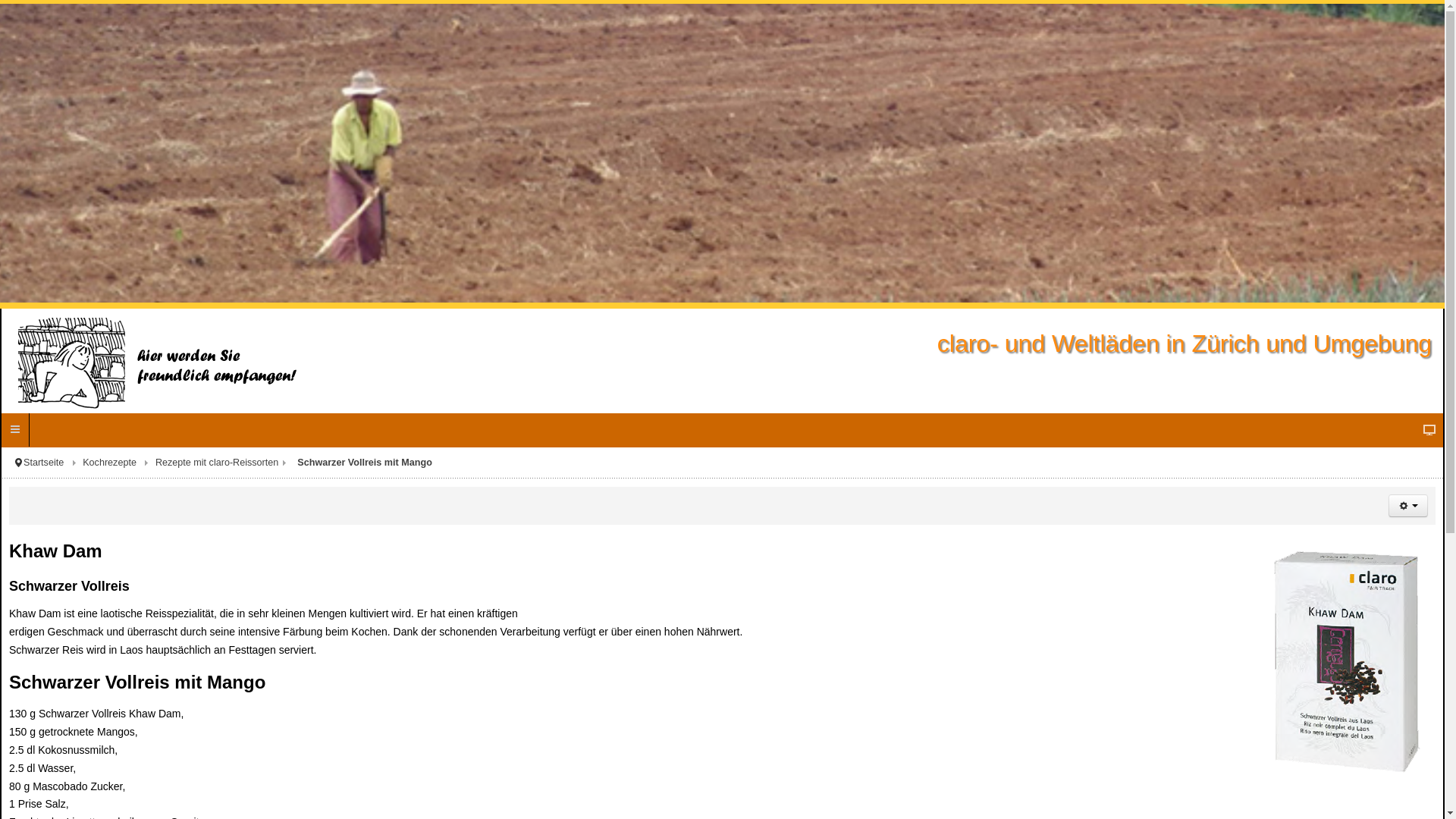 Image resolution: width=1456 pixels, height=819 pixels. What do you see at coordinates (53, 461) in the screenshot?
I see `'Startseite'` at bounding box center [53, 461].